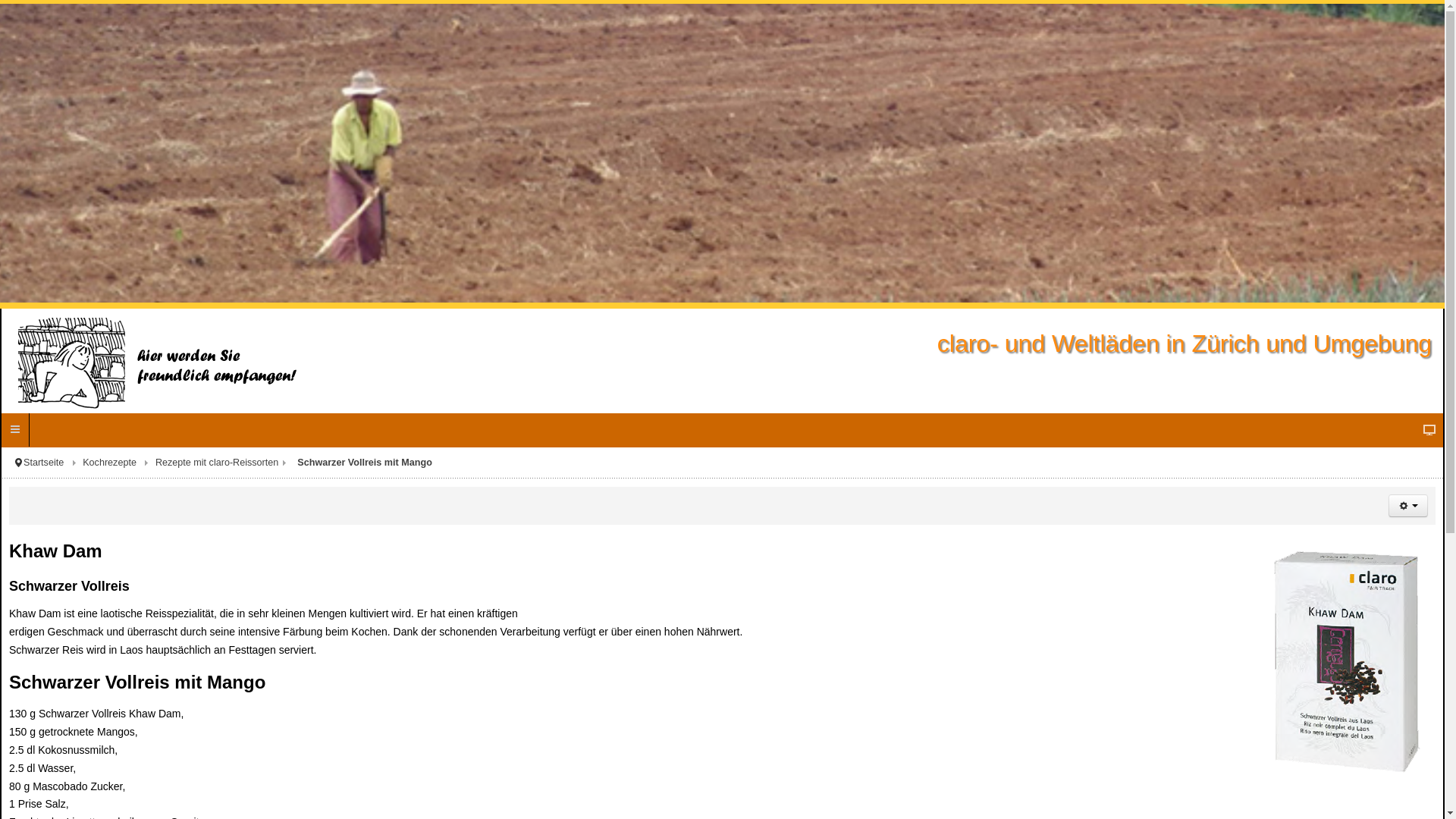 Image resolution: width=1456 pixels, height=819 pixels. What do you see at coordinates (53, 461) in the screenshot?
I see `'Startseite'` at bounding box center [53, 461].